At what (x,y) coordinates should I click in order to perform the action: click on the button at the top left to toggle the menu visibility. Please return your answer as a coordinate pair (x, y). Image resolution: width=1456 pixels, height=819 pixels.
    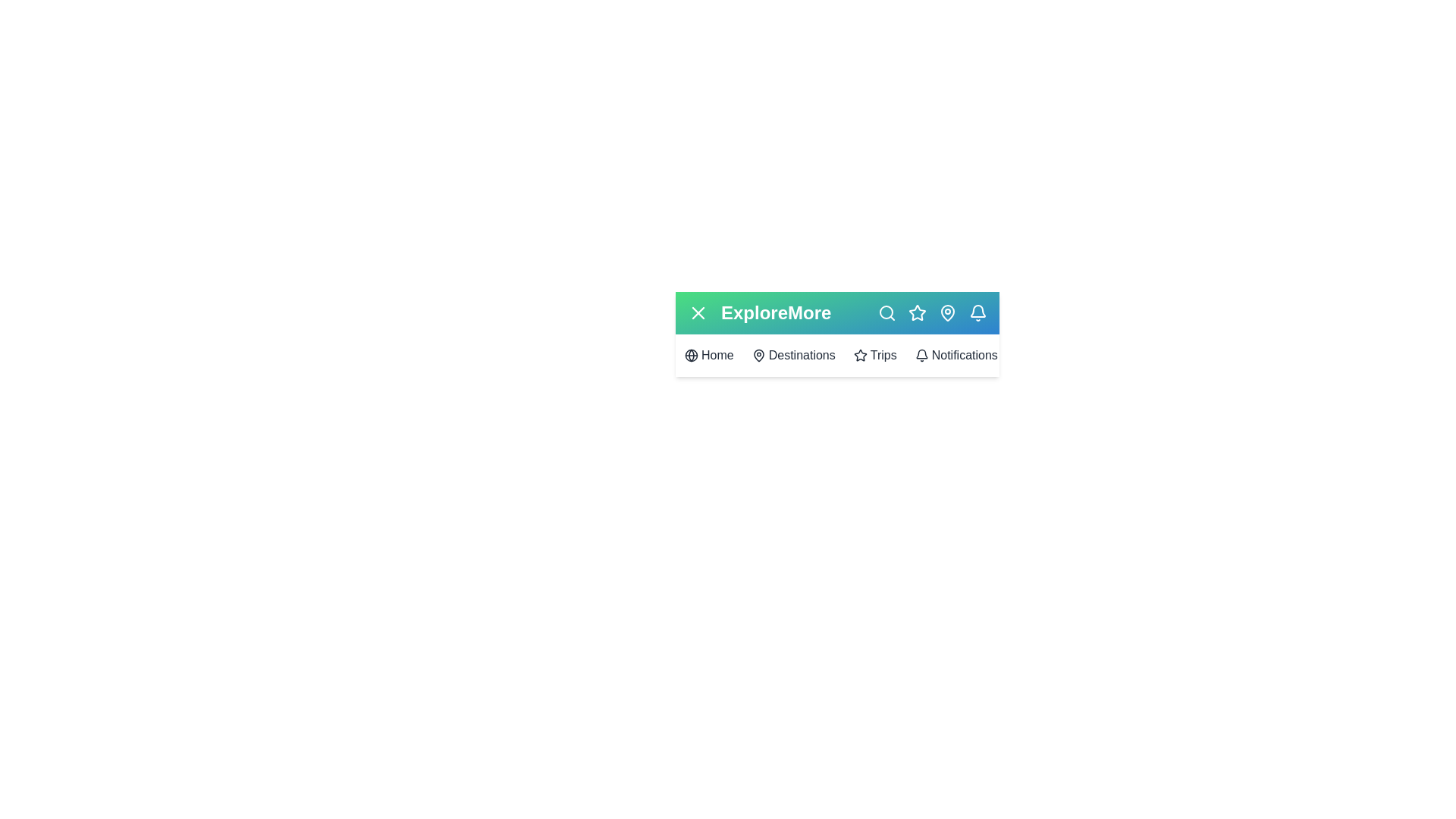
    Looking at the image, I should click on (698, 312).